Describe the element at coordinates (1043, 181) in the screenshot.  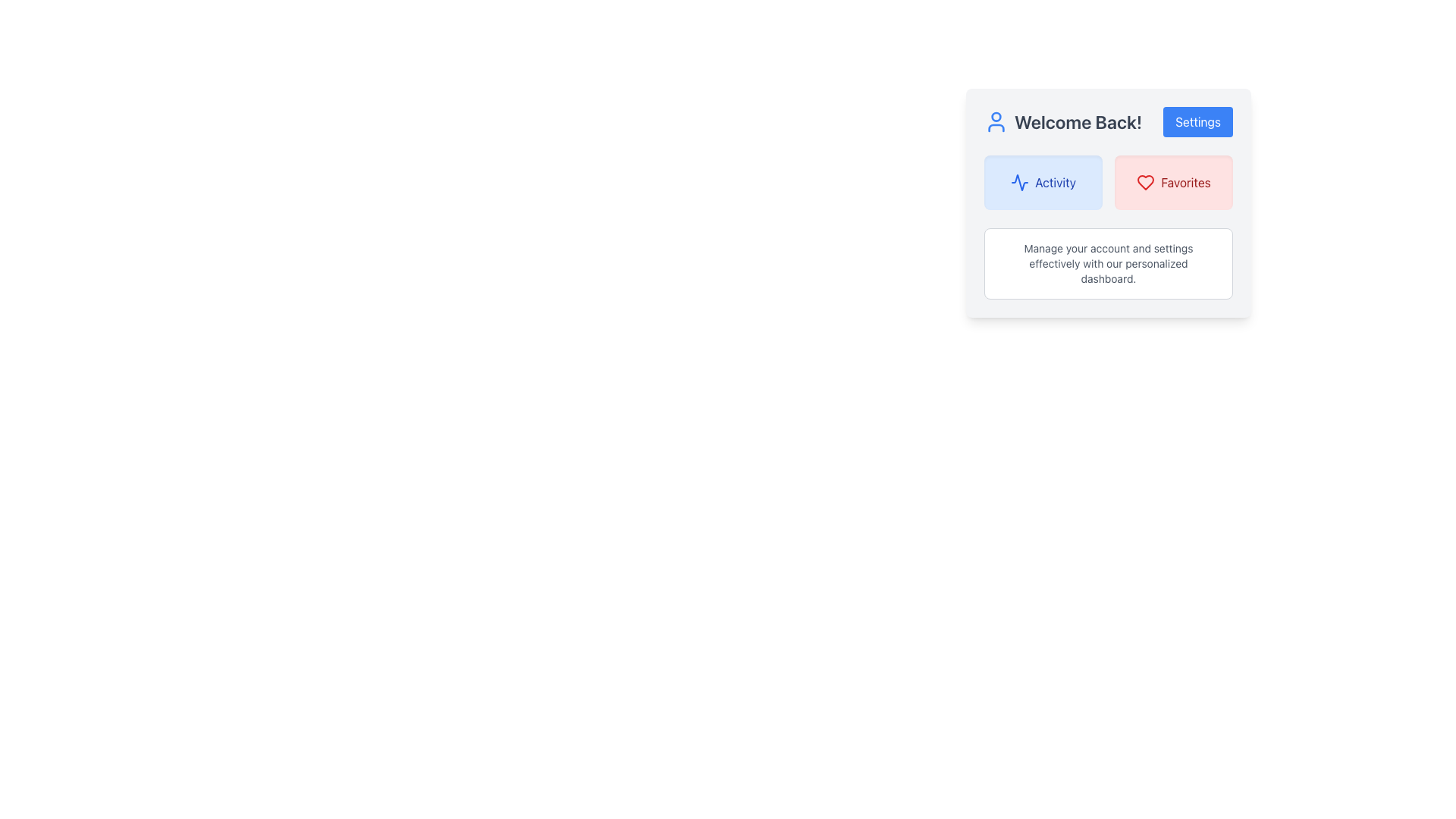
I see `the first button in the horizontal group located in the top-left area of the card-like widget under the 'Welcome Back!' heading` at that location.